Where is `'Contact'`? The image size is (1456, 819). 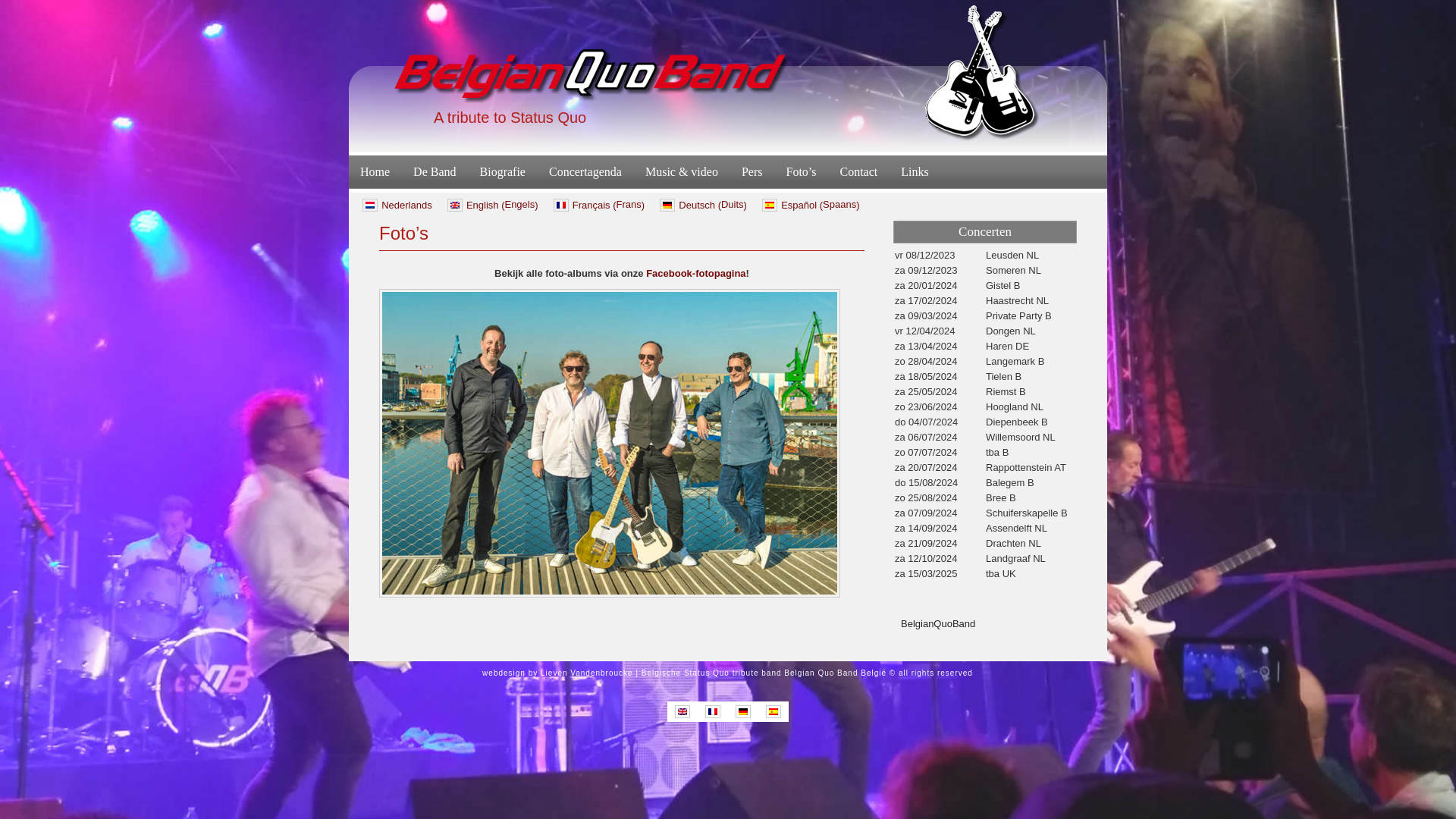
'Contact' is located at coordinates (827, 171).